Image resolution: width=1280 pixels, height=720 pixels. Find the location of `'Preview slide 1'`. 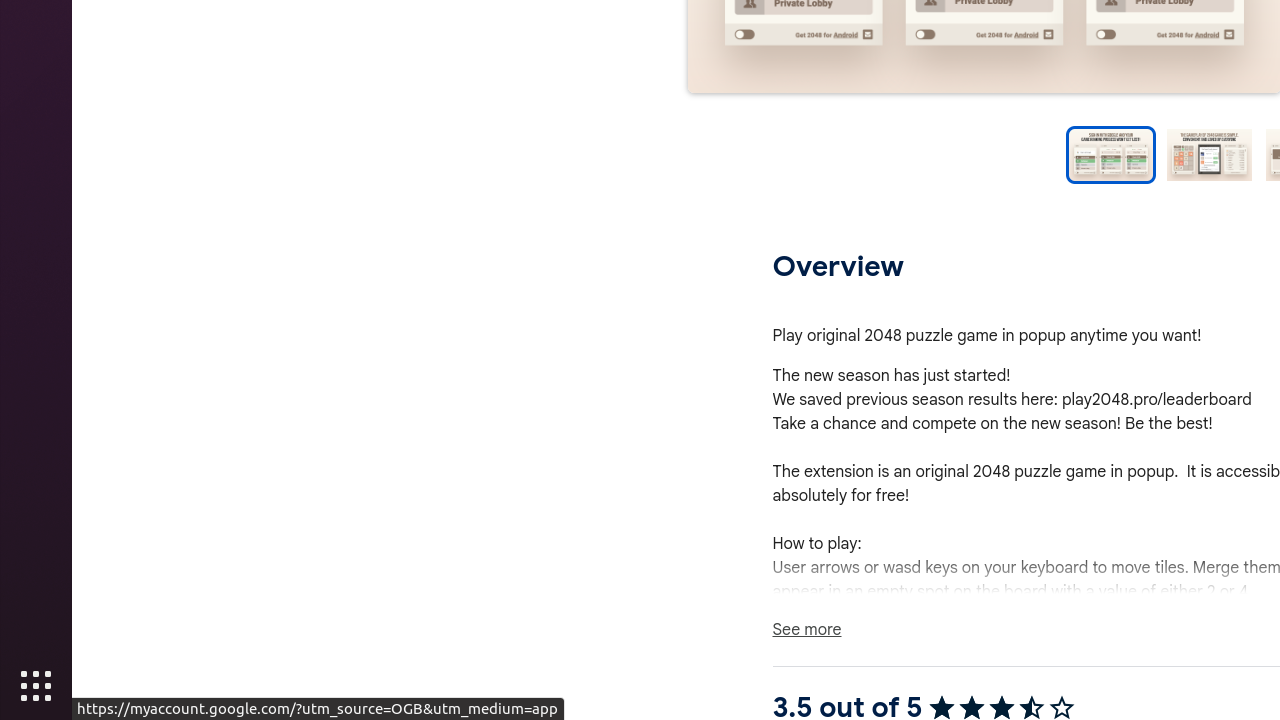

'Preview slide 1' is located at coordinates (1109, 154).